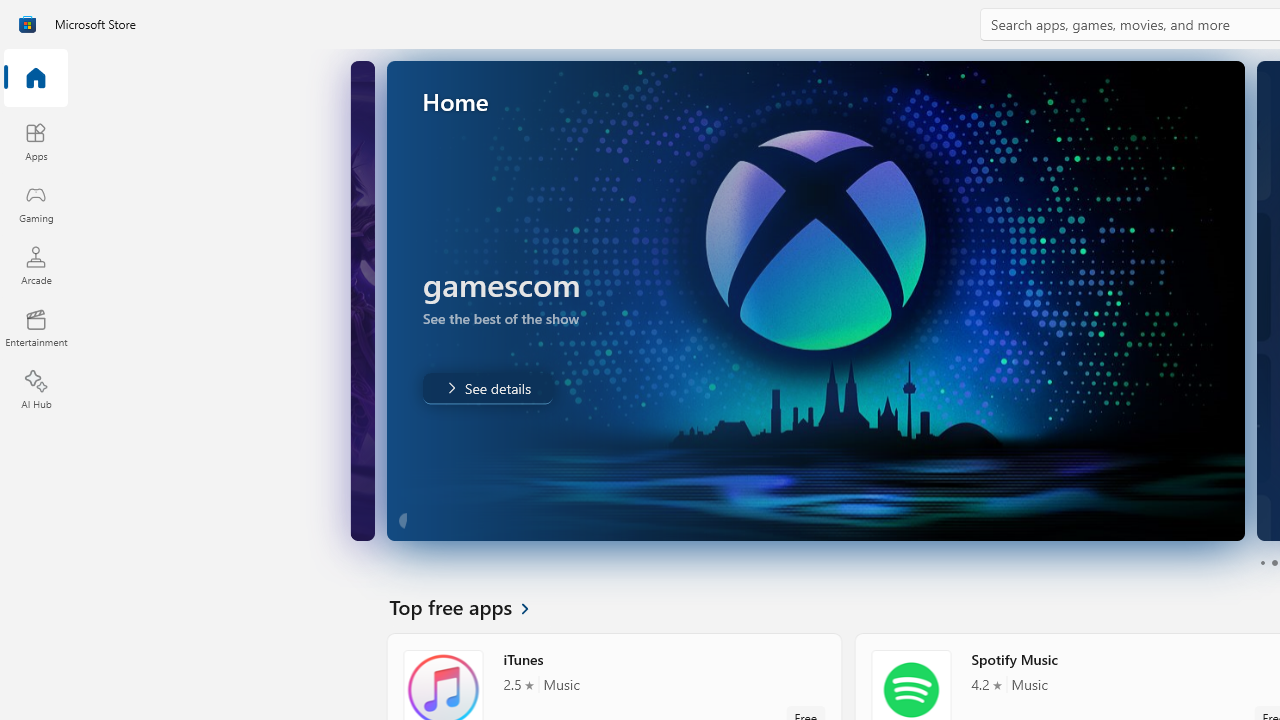  I want to click on 'See all  Top free apps', so click(470, 605).